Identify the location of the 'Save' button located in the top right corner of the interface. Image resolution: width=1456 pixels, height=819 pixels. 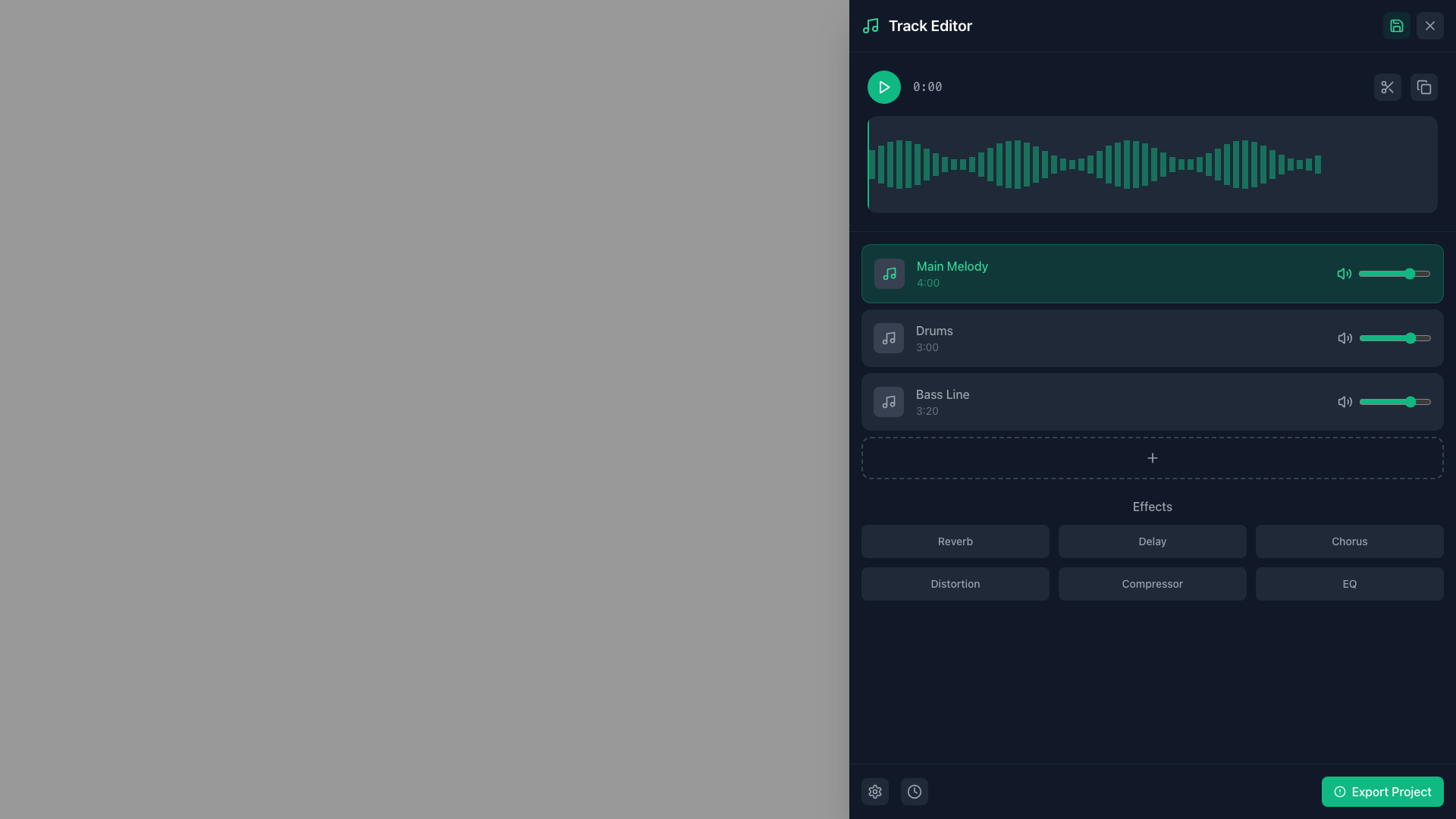
(1396, 26).